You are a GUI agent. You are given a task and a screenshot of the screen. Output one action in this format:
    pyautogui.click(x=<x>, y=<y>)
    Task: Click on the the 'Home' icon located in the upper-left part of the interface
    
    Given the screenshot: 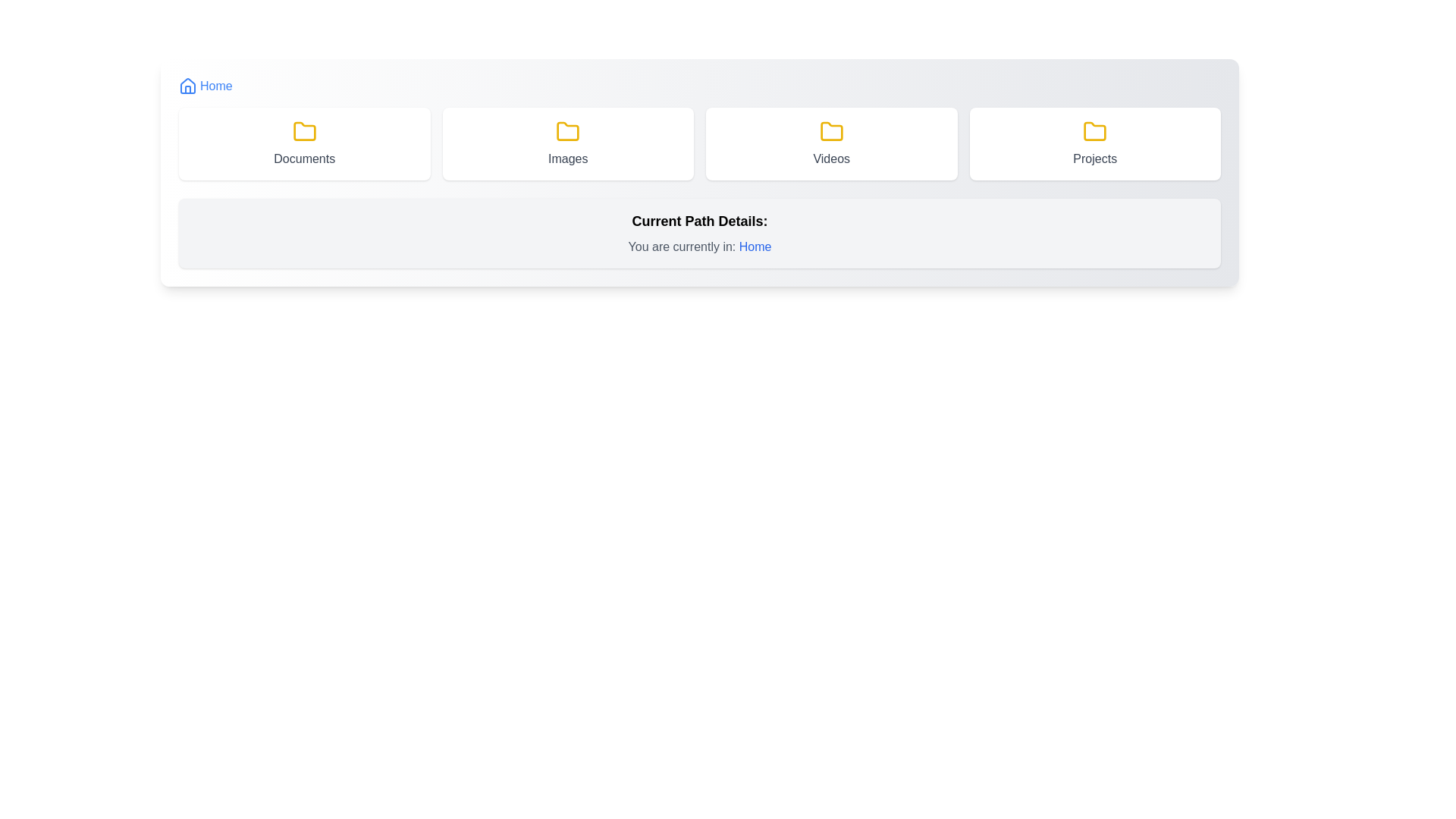 What is the action you would take?
    pyautogui.click(x=187, y=86)
    